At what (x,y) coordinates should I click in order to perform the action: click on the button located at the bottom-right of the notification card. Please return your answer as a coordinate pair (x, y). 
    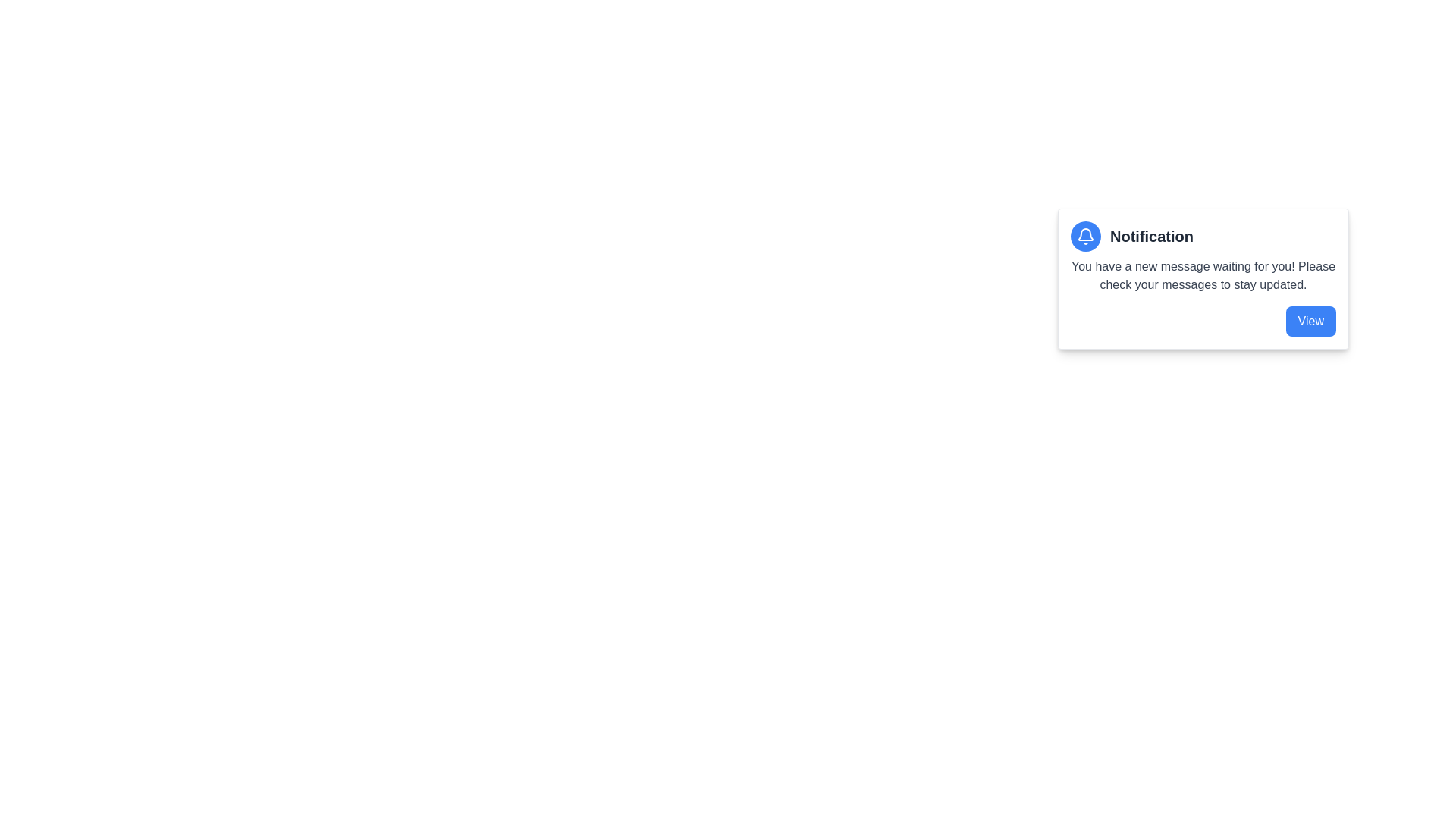
    Looking at the image, I should click on (1310, 321).